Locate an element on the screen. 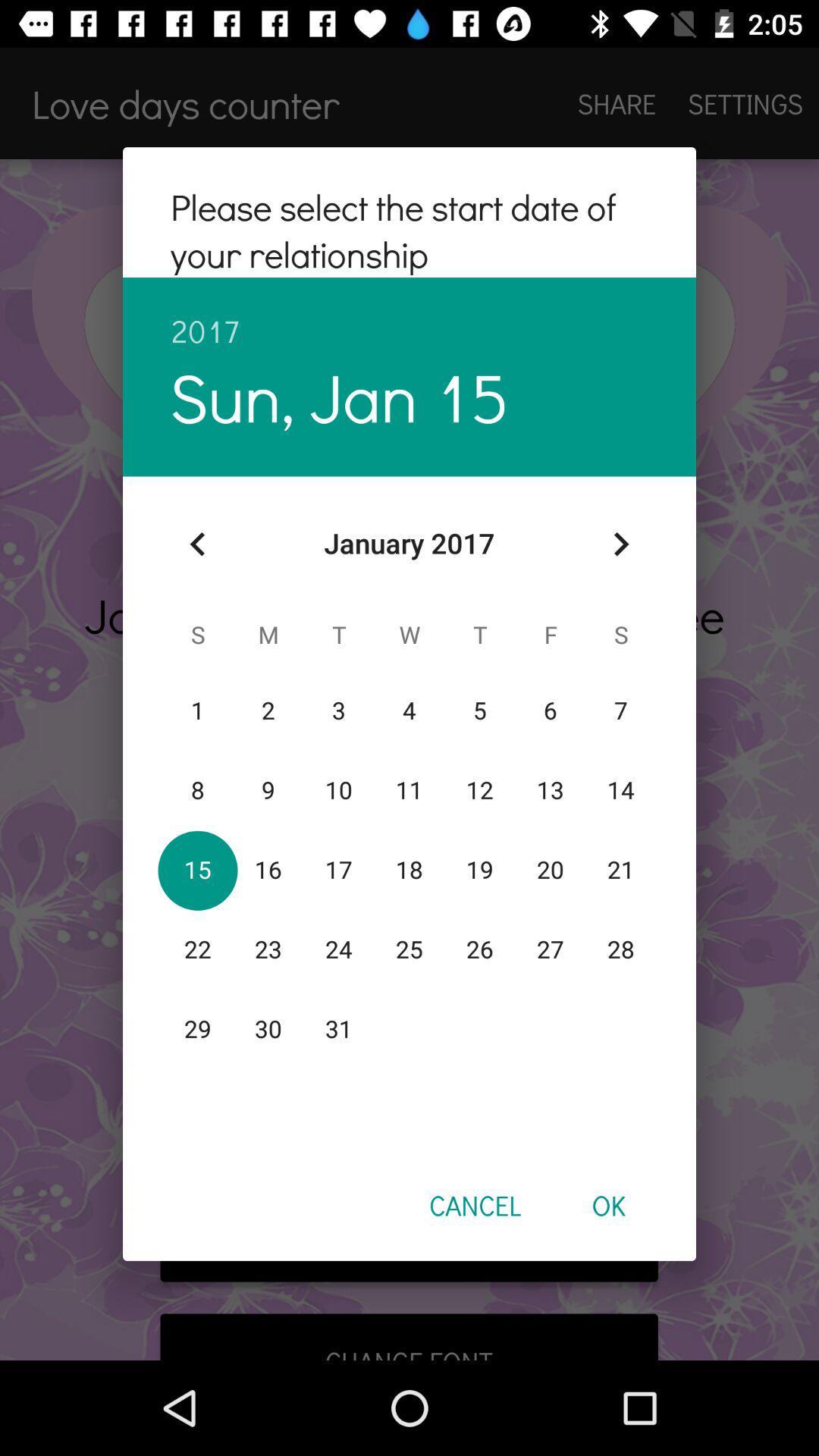  icon above the ok icon is located at coordinates (620, 544).